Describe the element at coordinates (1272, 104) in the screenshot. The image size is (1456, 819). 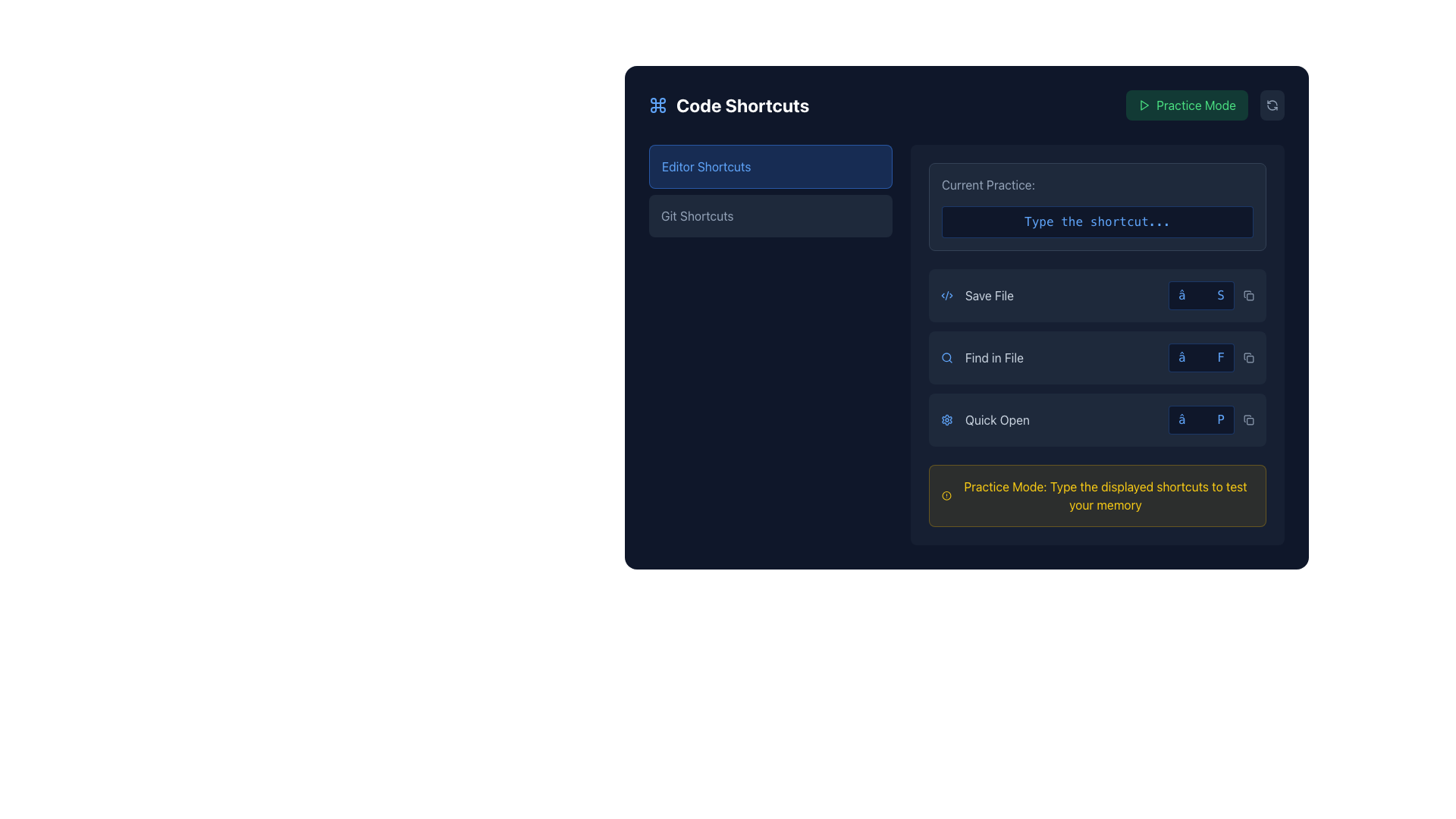
I see `the refresh button, which is a small, rounded square button with a dark slate background and lighter slate text, featuring a refresh icon made of circular arrows, located towards the top-right corner of the interface` at that location.